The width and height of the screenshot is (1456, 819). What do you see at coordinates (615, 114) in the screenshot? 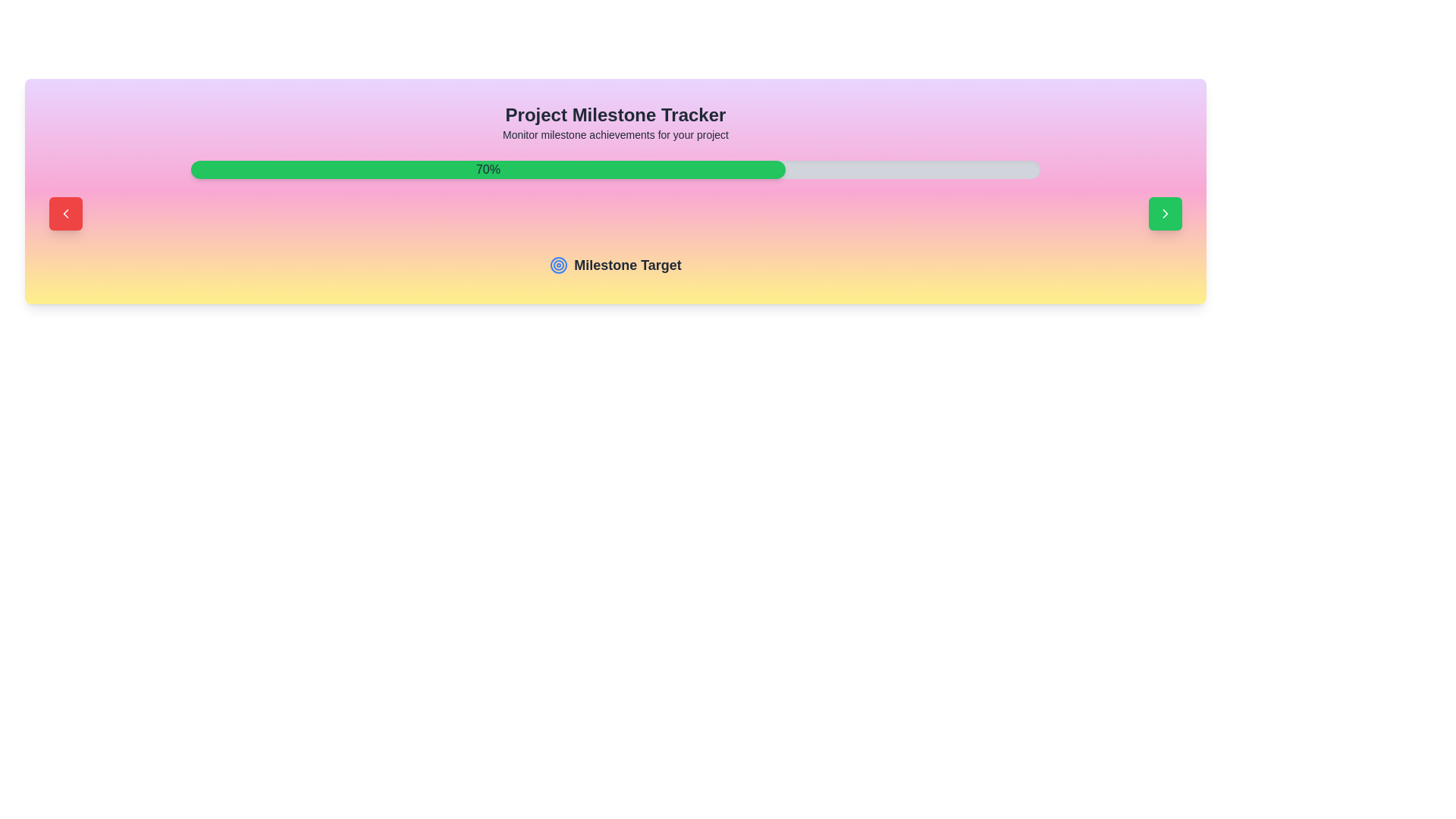
I see `the bold and large text label reading 'Project Milestone Tracker', which is styled with the class 'text-2xl font-bold' and located in the top section of the interface, centered horizontally` at bounding box center [615, 114].